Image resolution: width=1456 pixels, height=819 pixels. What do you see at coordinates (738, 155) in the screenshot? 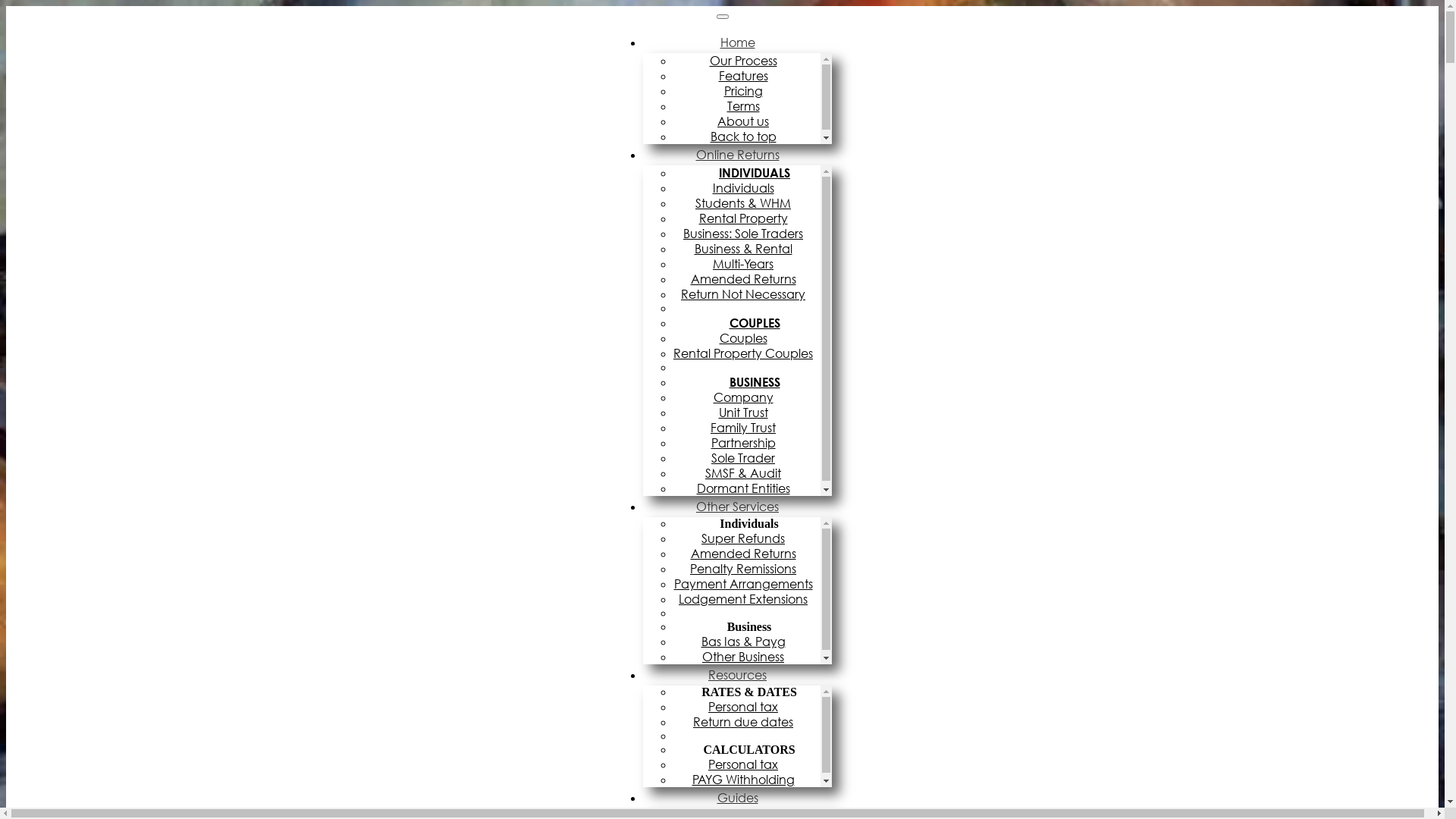
I see `'Online Returns'` at bounding box center [738, 155].